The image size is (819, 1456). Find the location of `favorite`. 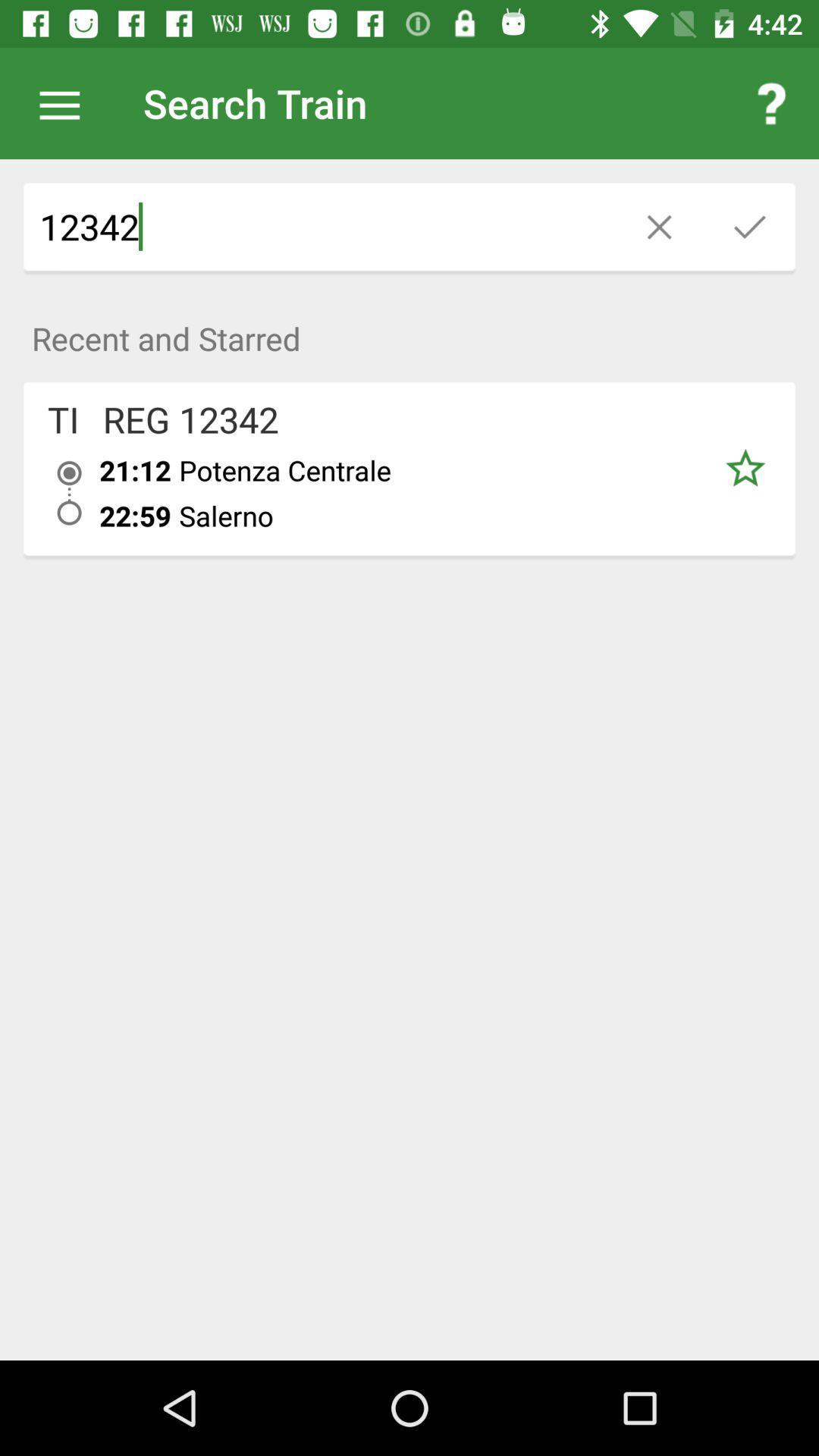

favorite is located at coordinates (744, 468).